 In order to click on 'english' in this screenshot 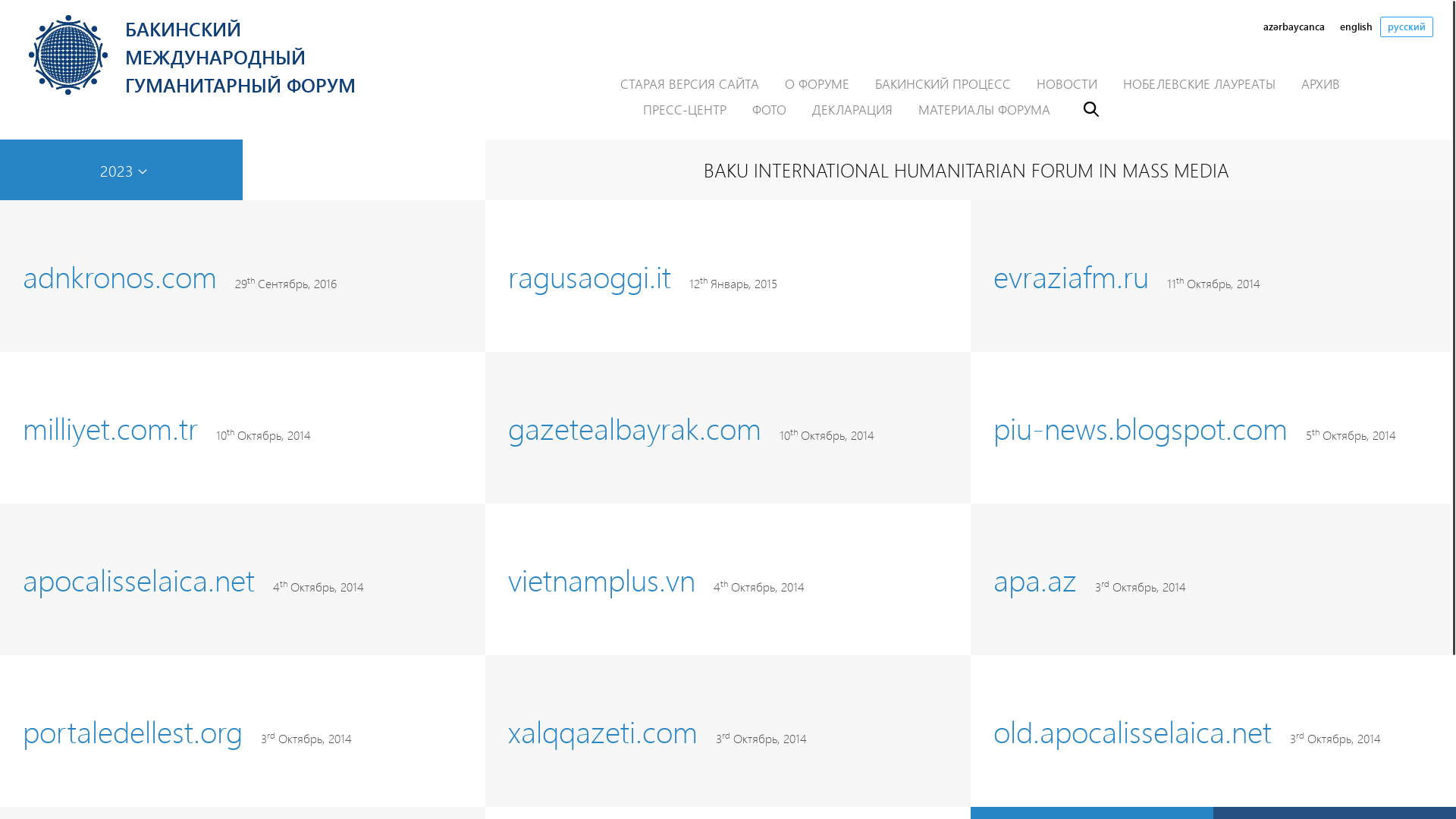, I will do `click(1356, 27)`.